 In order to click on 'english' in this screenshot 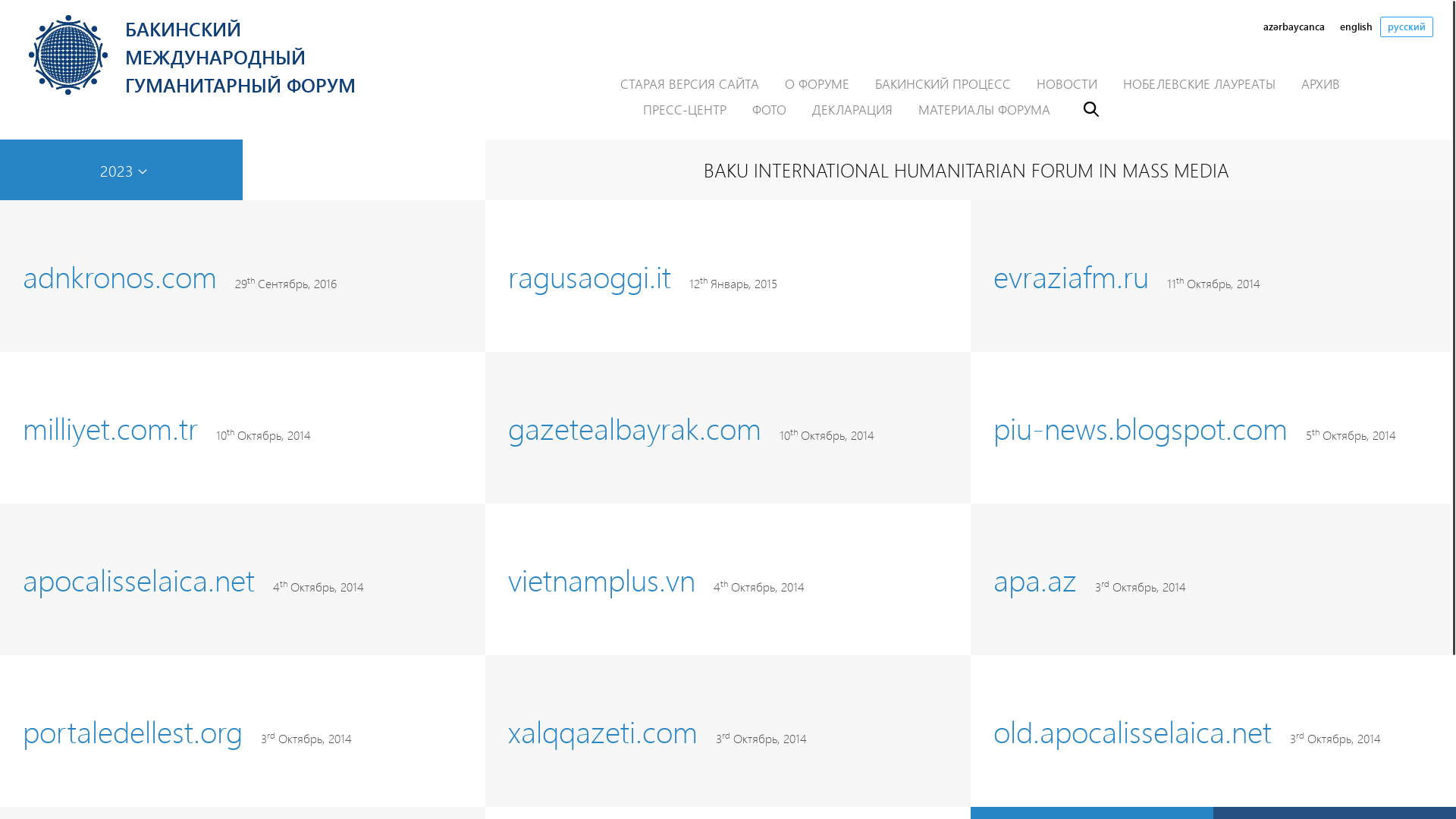, I will do `click(1356, 27)`.